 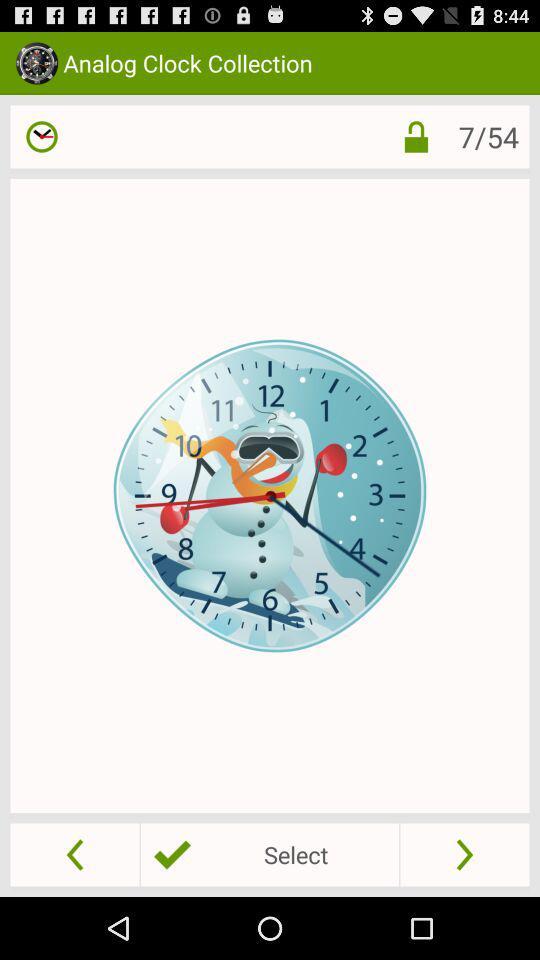 I want to click on the select icon, so click(x=270, y=853).